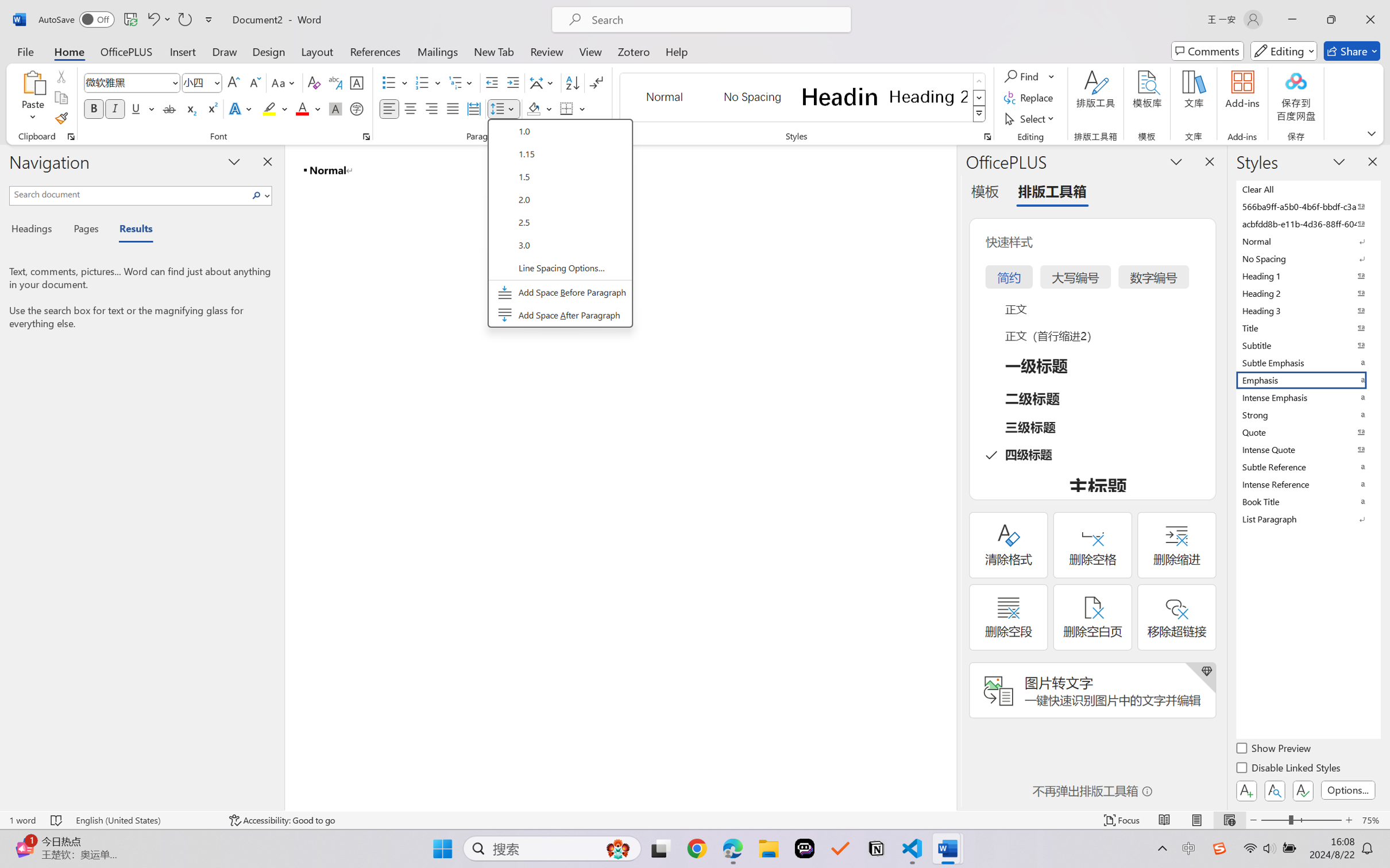 This screenshot has height=868, width=1390. What do you see at coordinates (473, 108) in the screenshot?
I see `'Distributed'` at bounding box center [473, 108].